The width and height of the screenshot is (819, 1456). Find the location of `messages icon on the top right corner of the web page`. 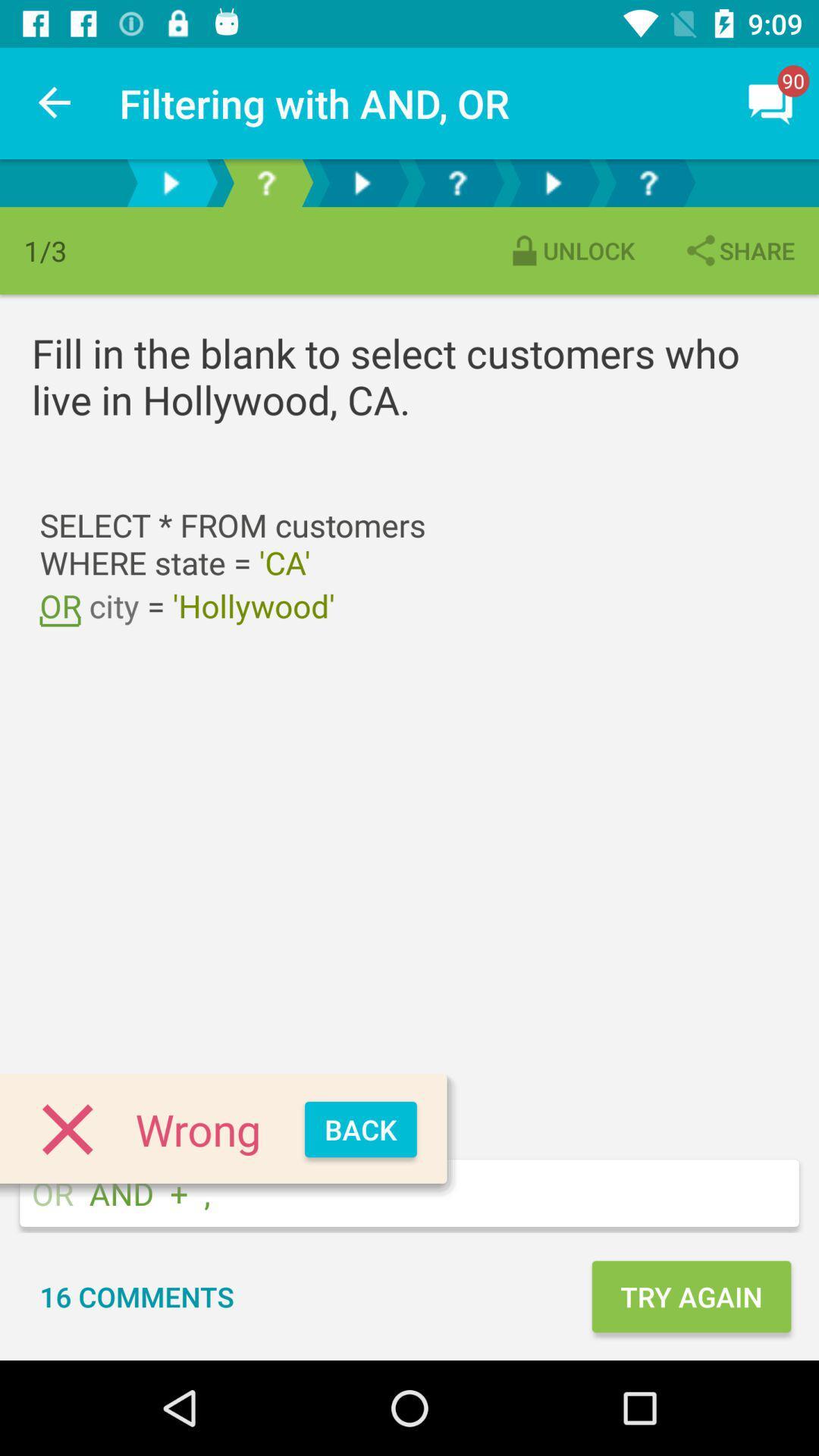

messages icon on the top right corner of the web page is located at coordinates (771, 103).